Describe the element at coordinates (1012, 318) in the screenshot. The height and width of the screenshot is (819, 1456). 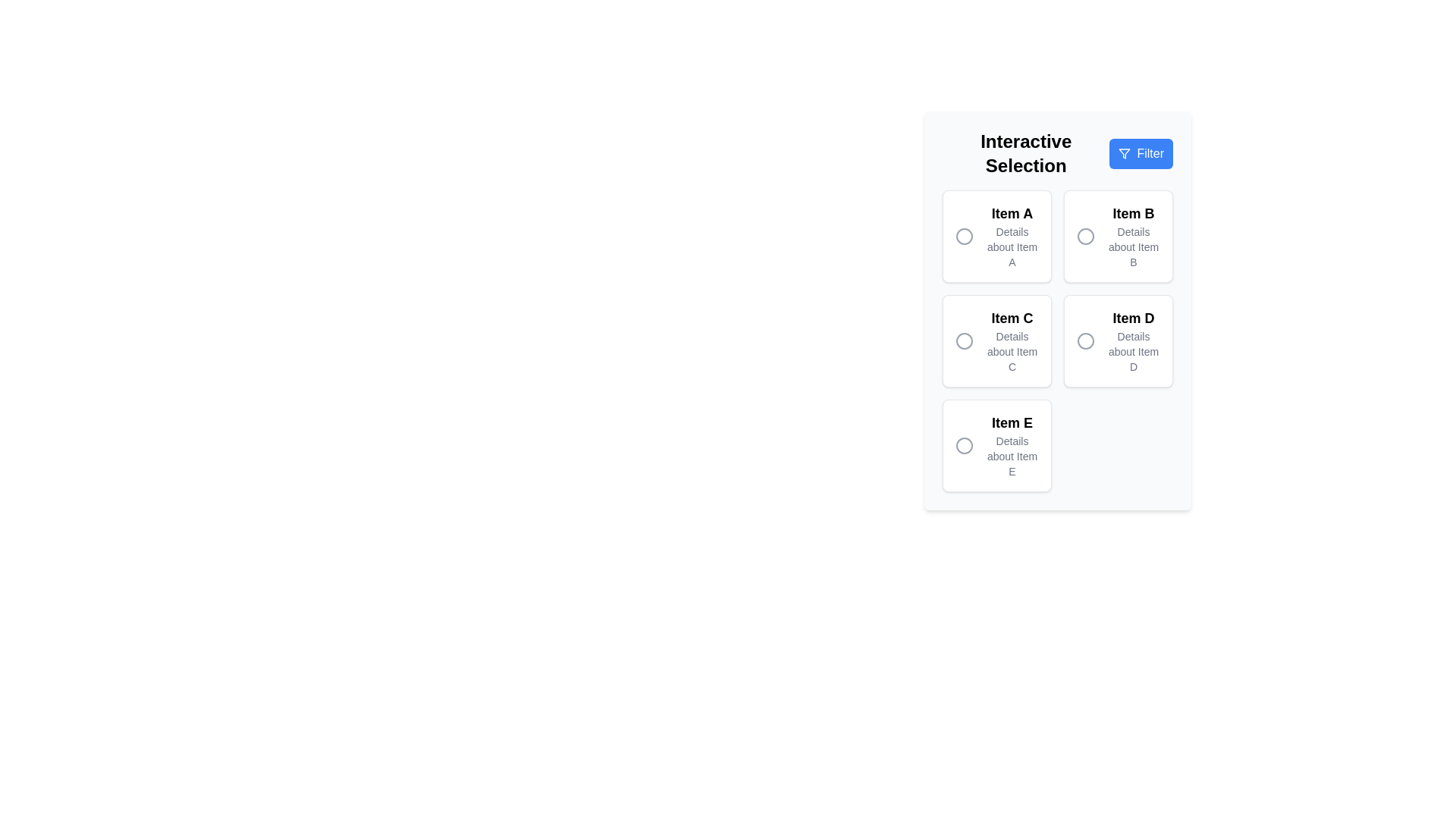
I see `the static text label located in the left-side column of the second row in the grid layout, which serves as a clear identifier for the related item` at that location.